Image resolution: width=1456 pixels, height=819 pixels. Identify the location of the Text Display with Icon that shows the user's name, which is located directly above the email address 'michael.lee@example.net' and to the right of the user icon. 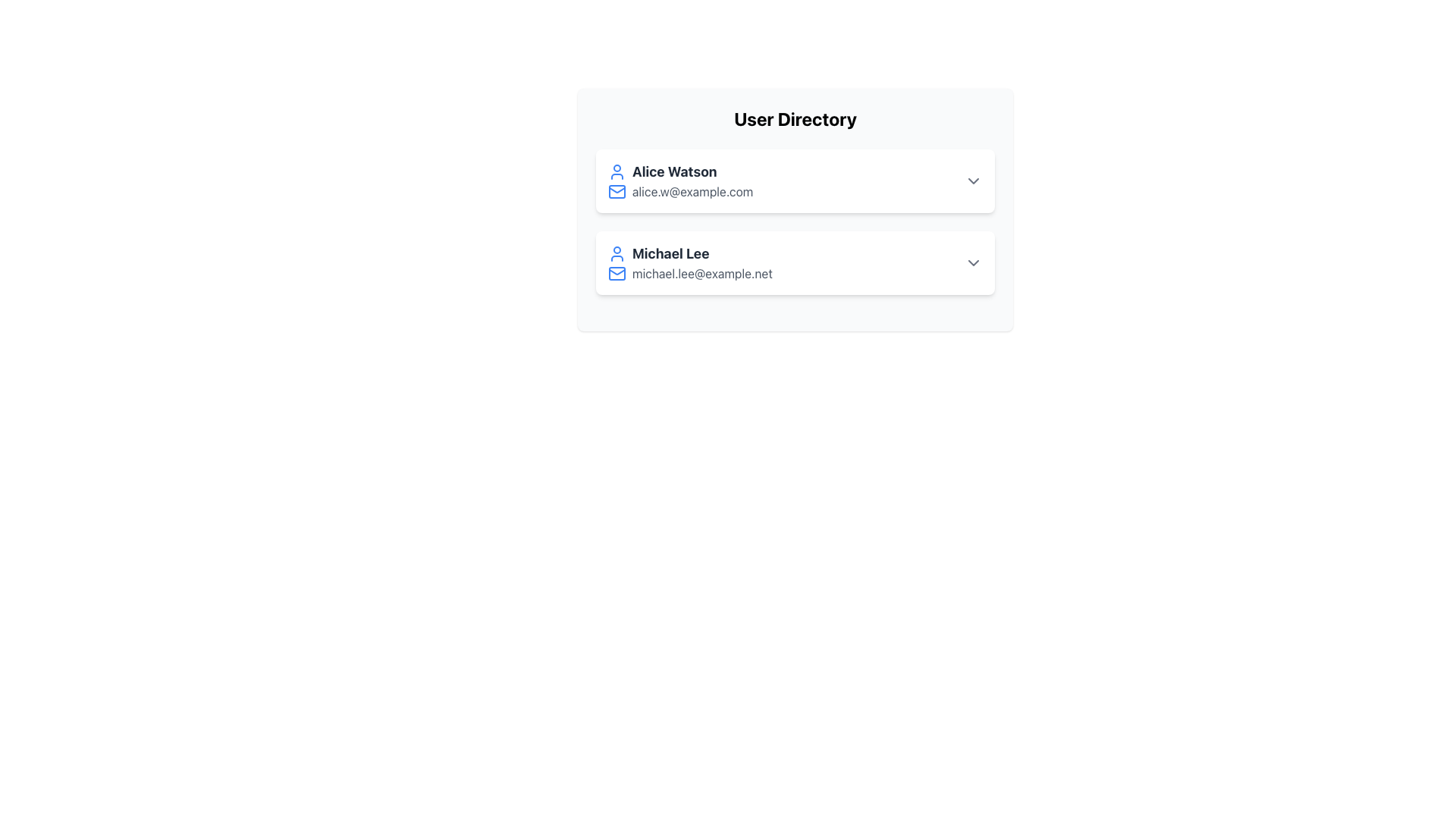
(689, 253).